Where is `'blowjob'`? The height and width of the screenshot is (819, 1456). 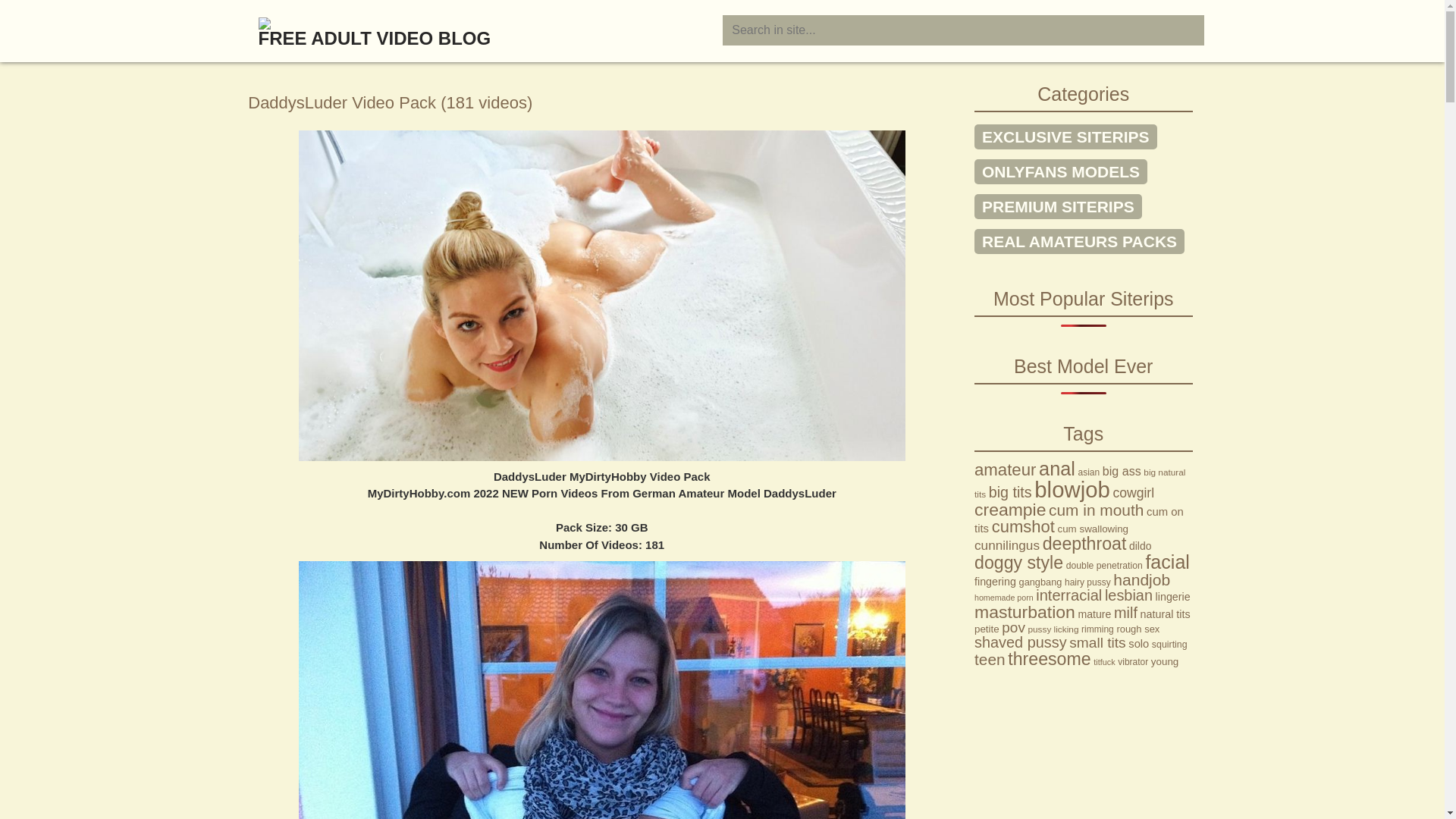
'blowjob' is located at coordinates (1033, 489).